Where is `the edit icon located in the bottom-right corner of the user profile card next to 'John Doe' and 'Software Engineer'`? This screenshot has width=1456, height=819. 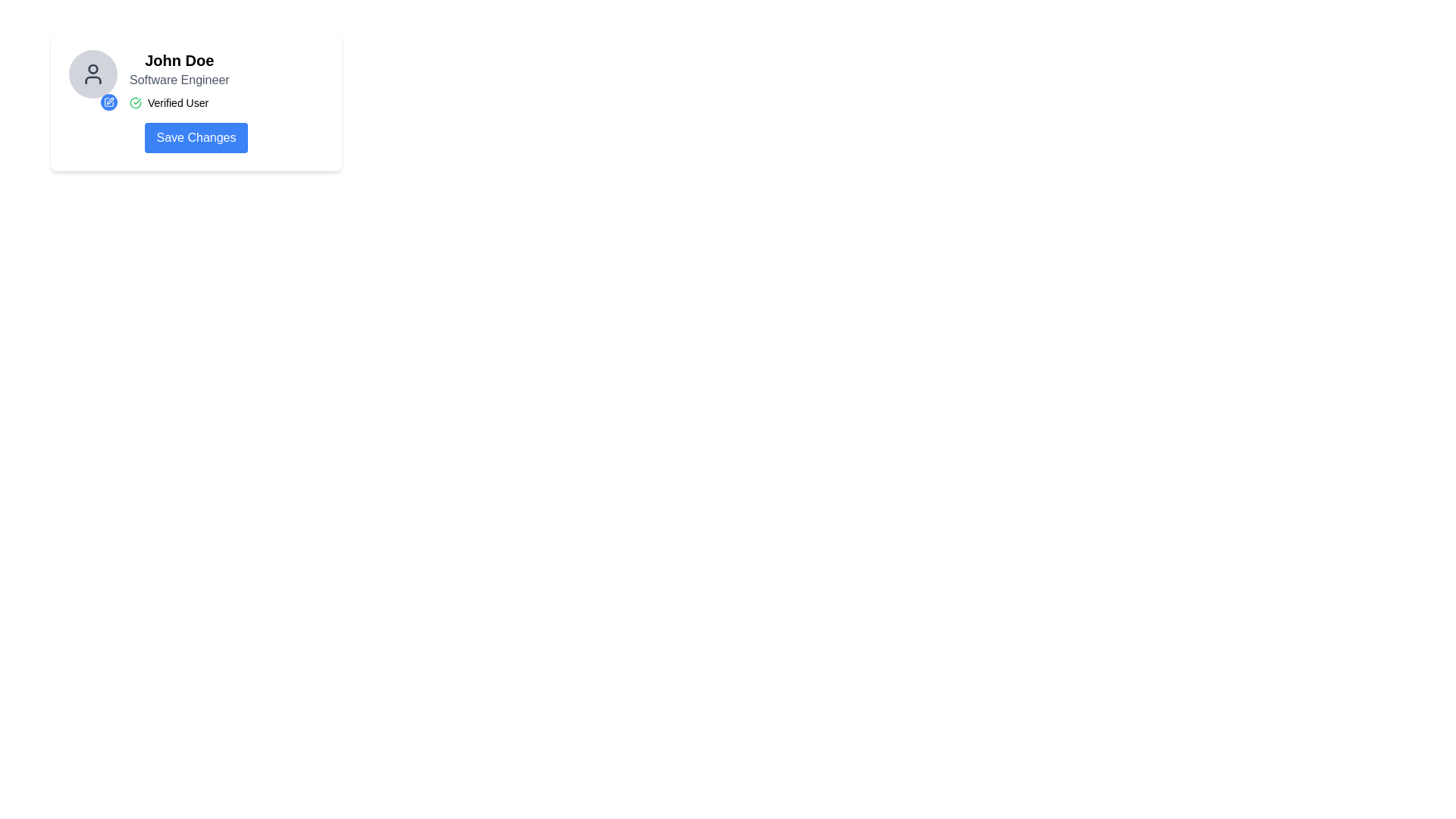
the edit icon located in the bottom-right corner of the user profile card next to 'John Doe' and 'Software Engineer' is located at coordinates (108, 102).